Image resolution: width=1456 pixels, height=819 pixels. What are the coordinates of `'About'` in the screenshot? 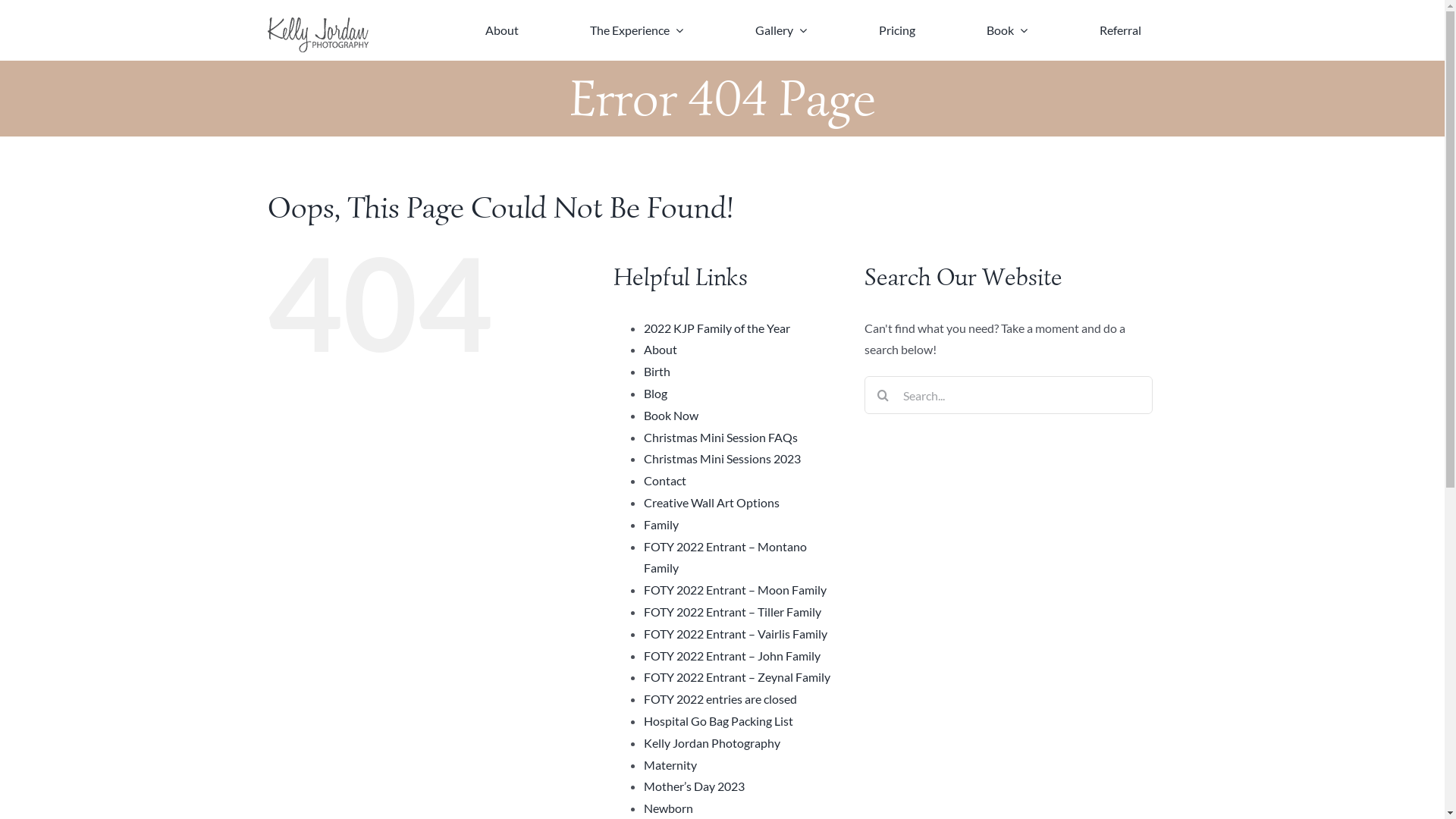 It's located at (465, 30).